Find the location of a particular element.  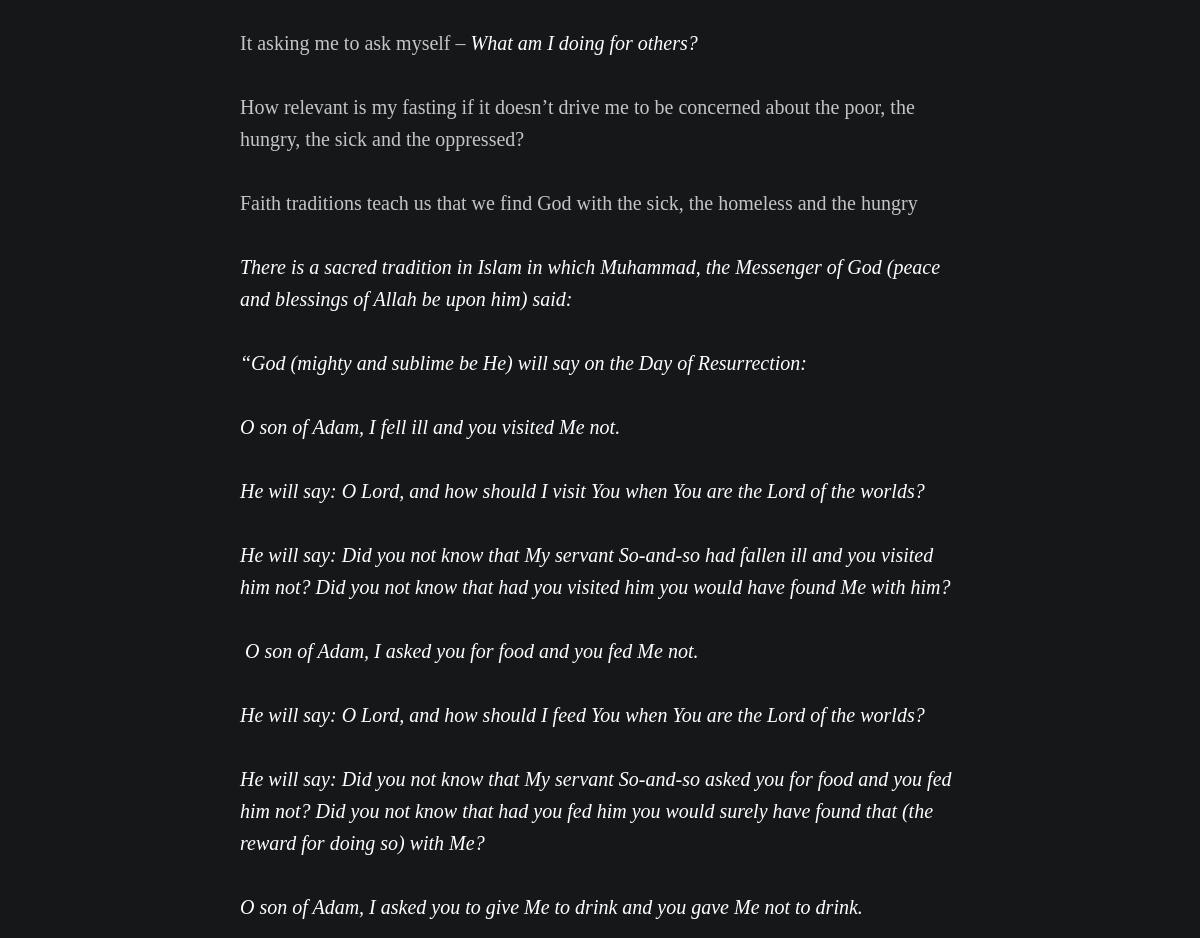

'He will say: Did you not know that My servant So-and-so asked you for food and you fed him not? Did you not know that had you fed him you would surely have found that (the reward for doing so) with Me?' is located at coordinates (594, 810).